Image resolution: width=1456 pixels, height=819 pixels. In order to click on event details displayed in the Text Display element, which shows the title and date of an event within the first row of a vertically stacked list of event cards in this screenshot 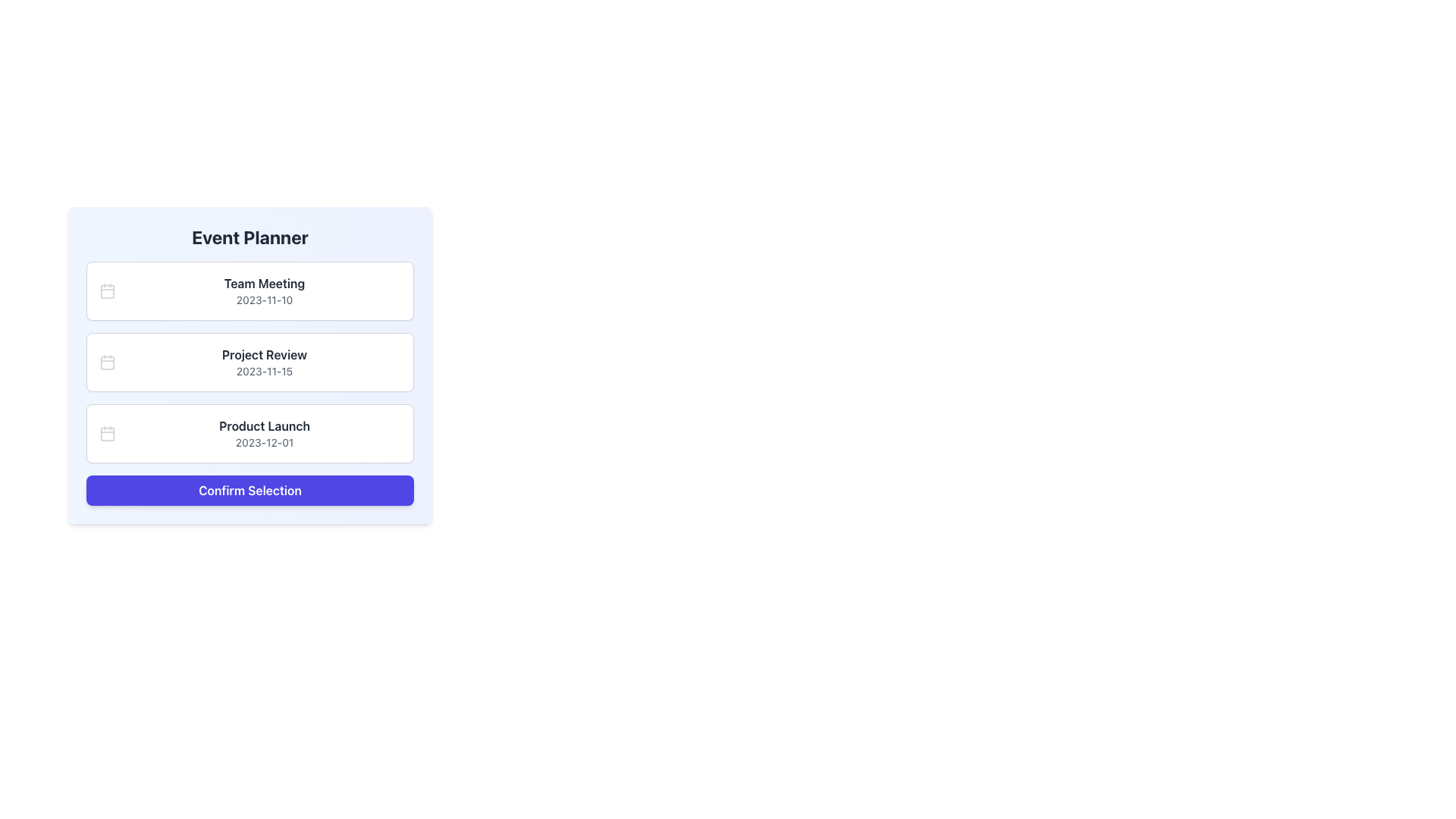, I will do `click(265, 291)`.